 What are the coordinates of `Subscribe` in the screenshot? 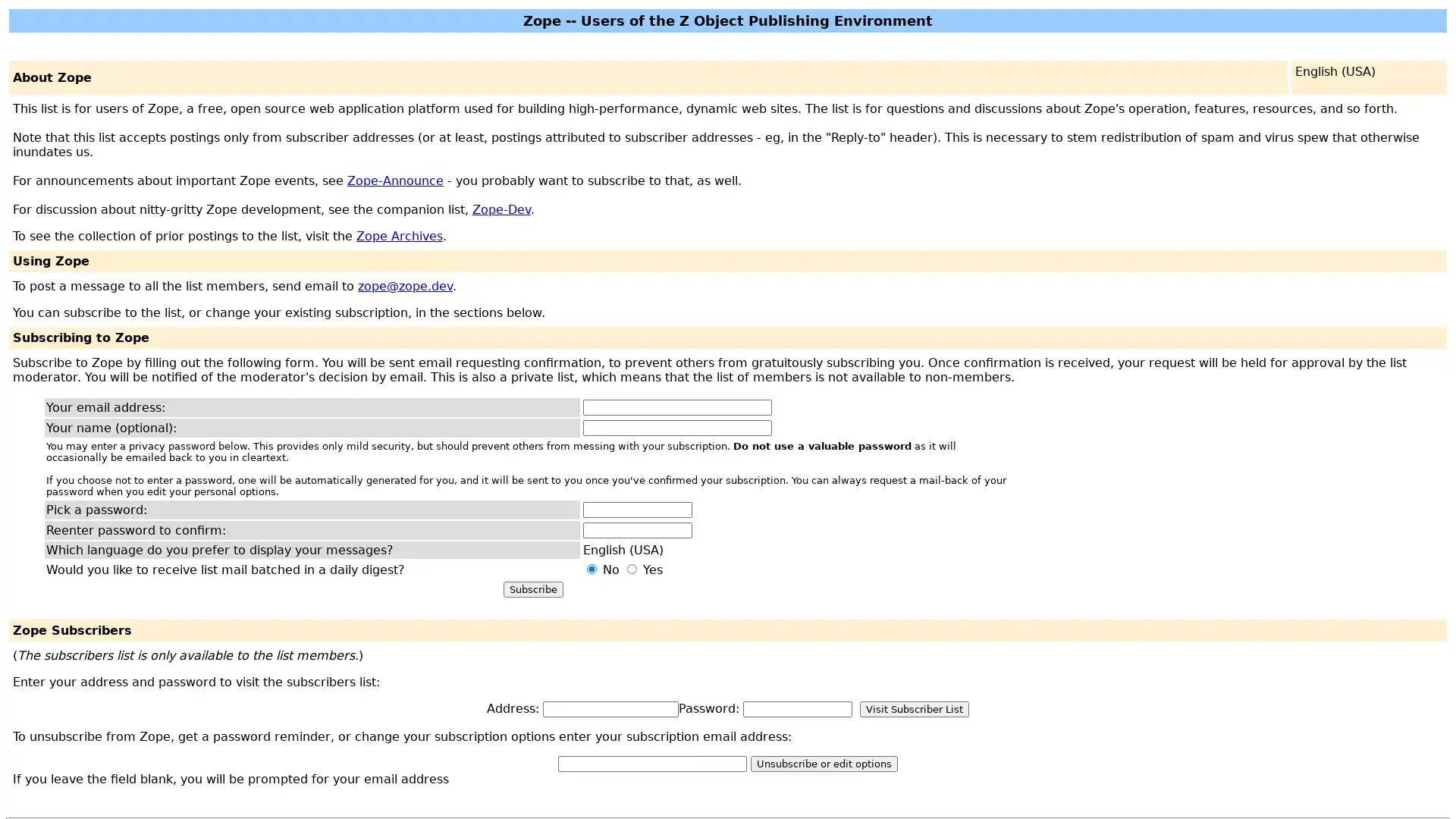 It's located at (532, 588).